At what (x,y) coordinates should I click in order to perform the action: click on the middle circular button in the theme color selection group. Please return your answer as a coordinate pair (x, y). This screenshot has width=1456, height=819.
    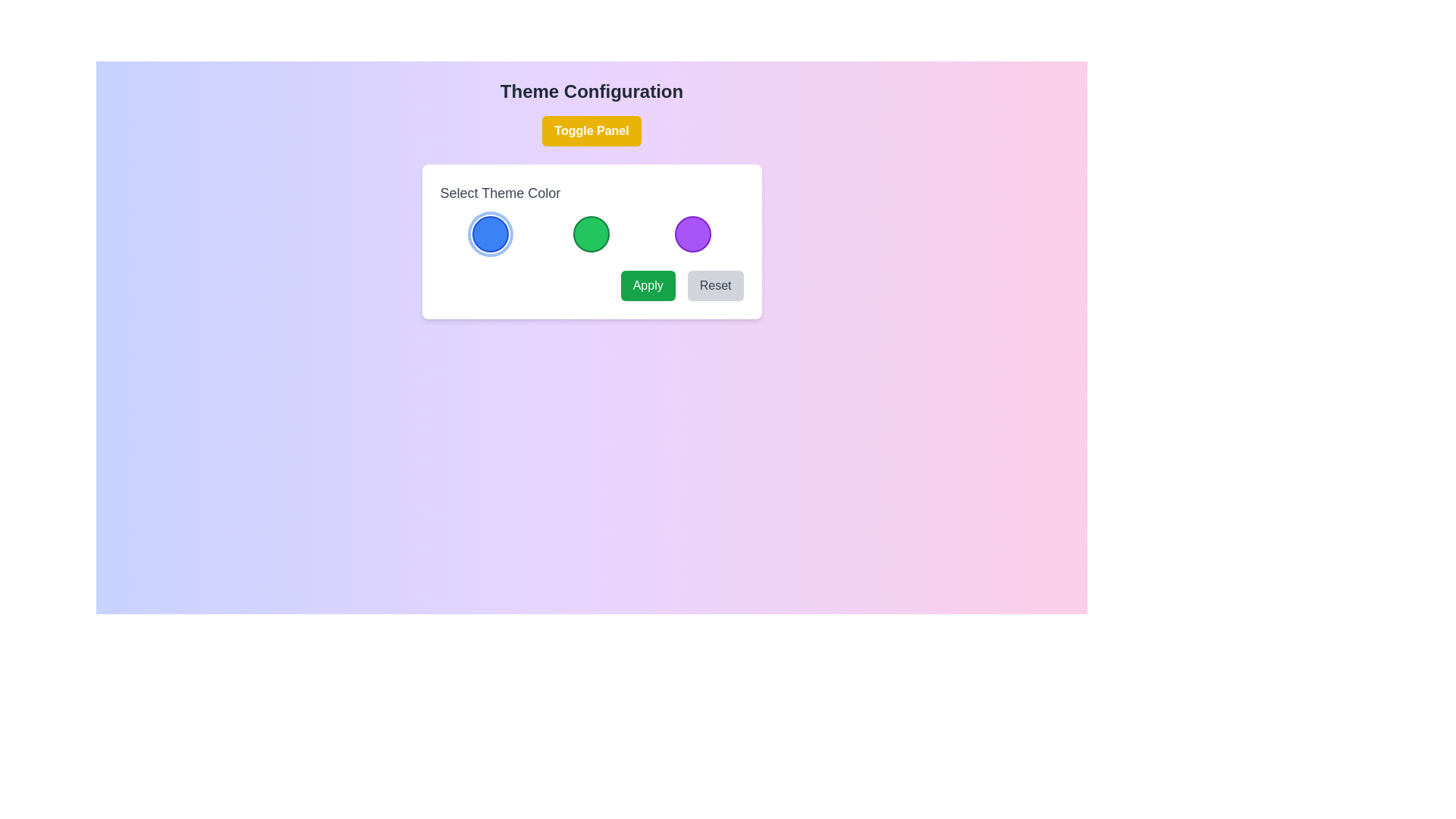
    Looking at the image, I should click on (591, 234).